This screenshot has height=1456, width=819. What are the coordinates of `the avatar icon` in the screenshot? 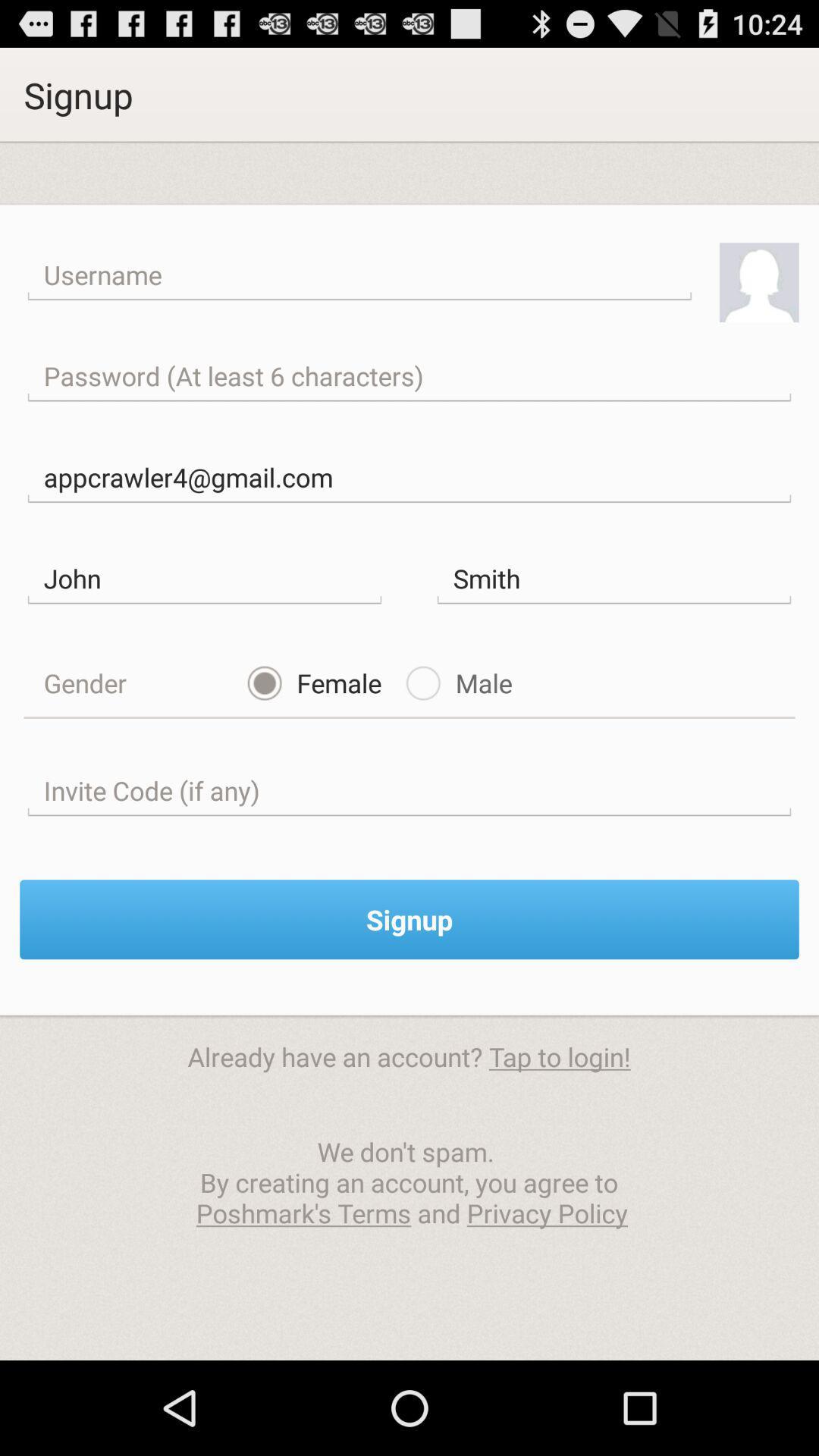 It's located at (759, 302).